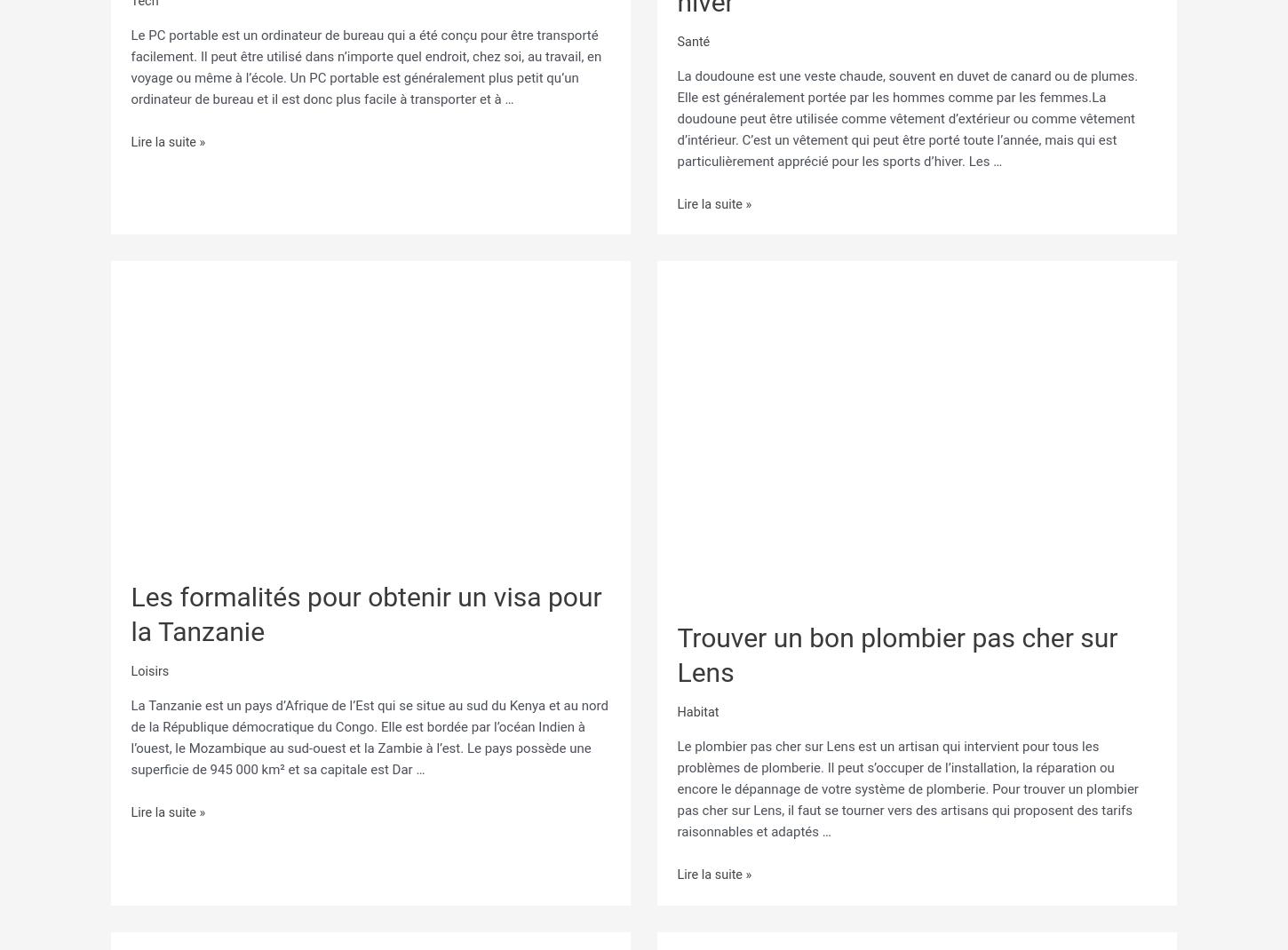  I want to click on 'La doudoune est une veste chaude, souvent en duvet de canard ou de plumes. Elle est généralement portée par les hommes comme par les femmes.La doudoune peut être utilisée comme vêtement d’extérieur ou comme vêtement d’intérieur. C’est un vêtement qui peut être porté toute l’année, mais qui est particulièrement apprécié pour les sports d’hiver. Les …', so click(907, 113).